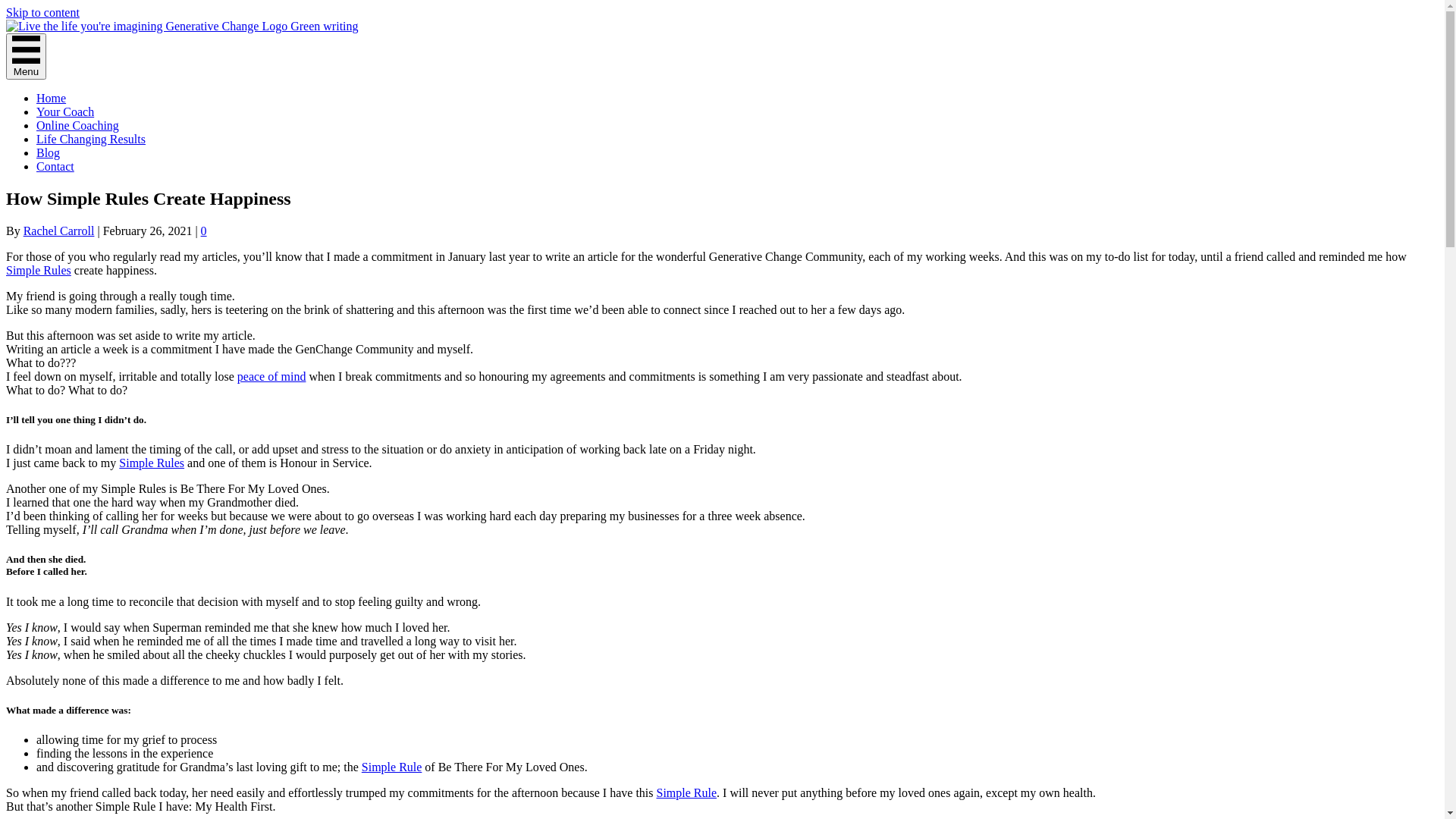 The width and height of the screenshot is (1456, 819). What do you see at coordinates (77, 124) in the screenshot?
I see `'Online Coaching'` at bounding box center [77, 124].